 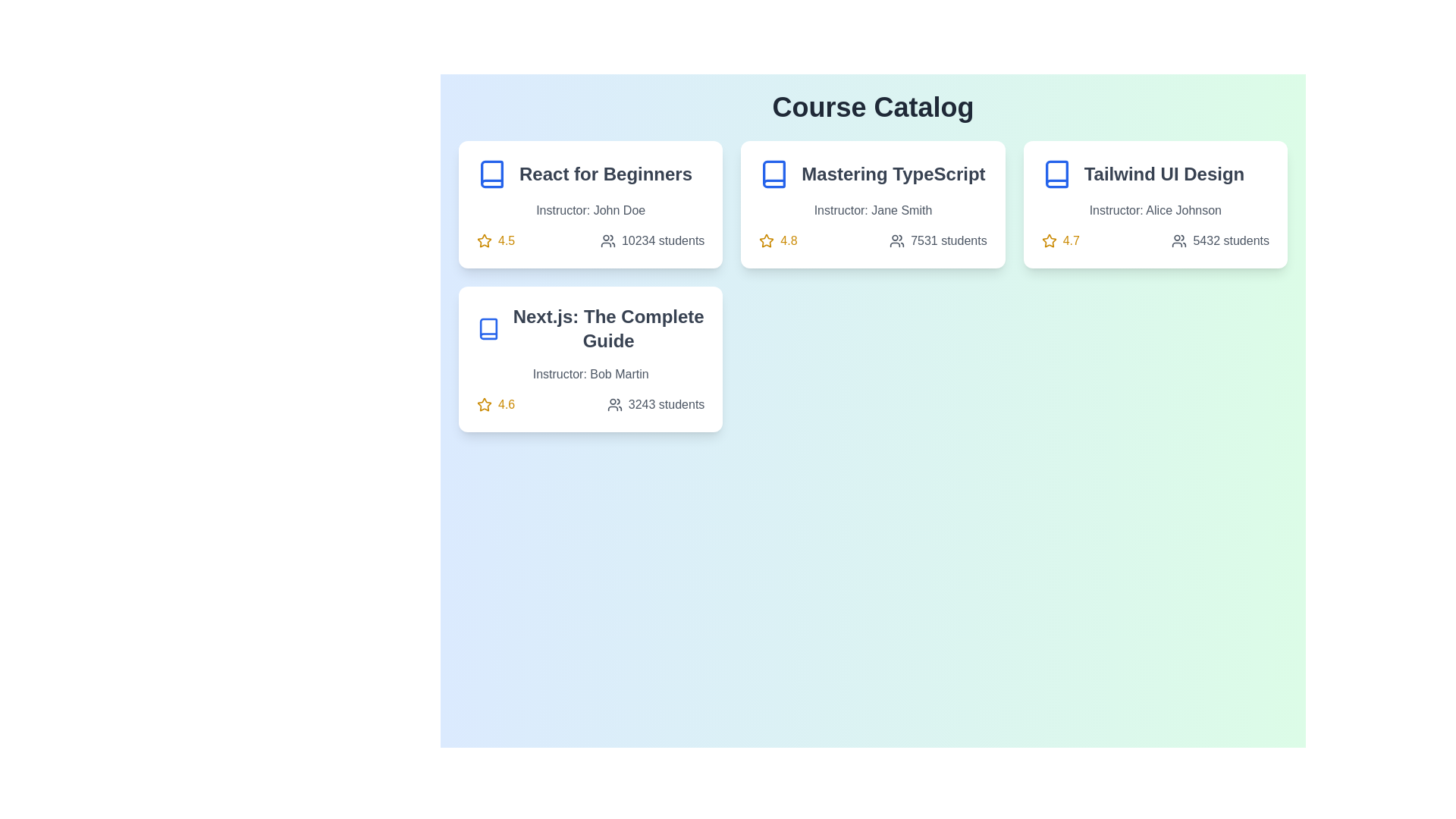 I want to click on the informational text displaying the number of students enrolled in the course located in the lower section of the 'React for Beginners' card, below the rating of '4.5', so click(x=652, y=240).